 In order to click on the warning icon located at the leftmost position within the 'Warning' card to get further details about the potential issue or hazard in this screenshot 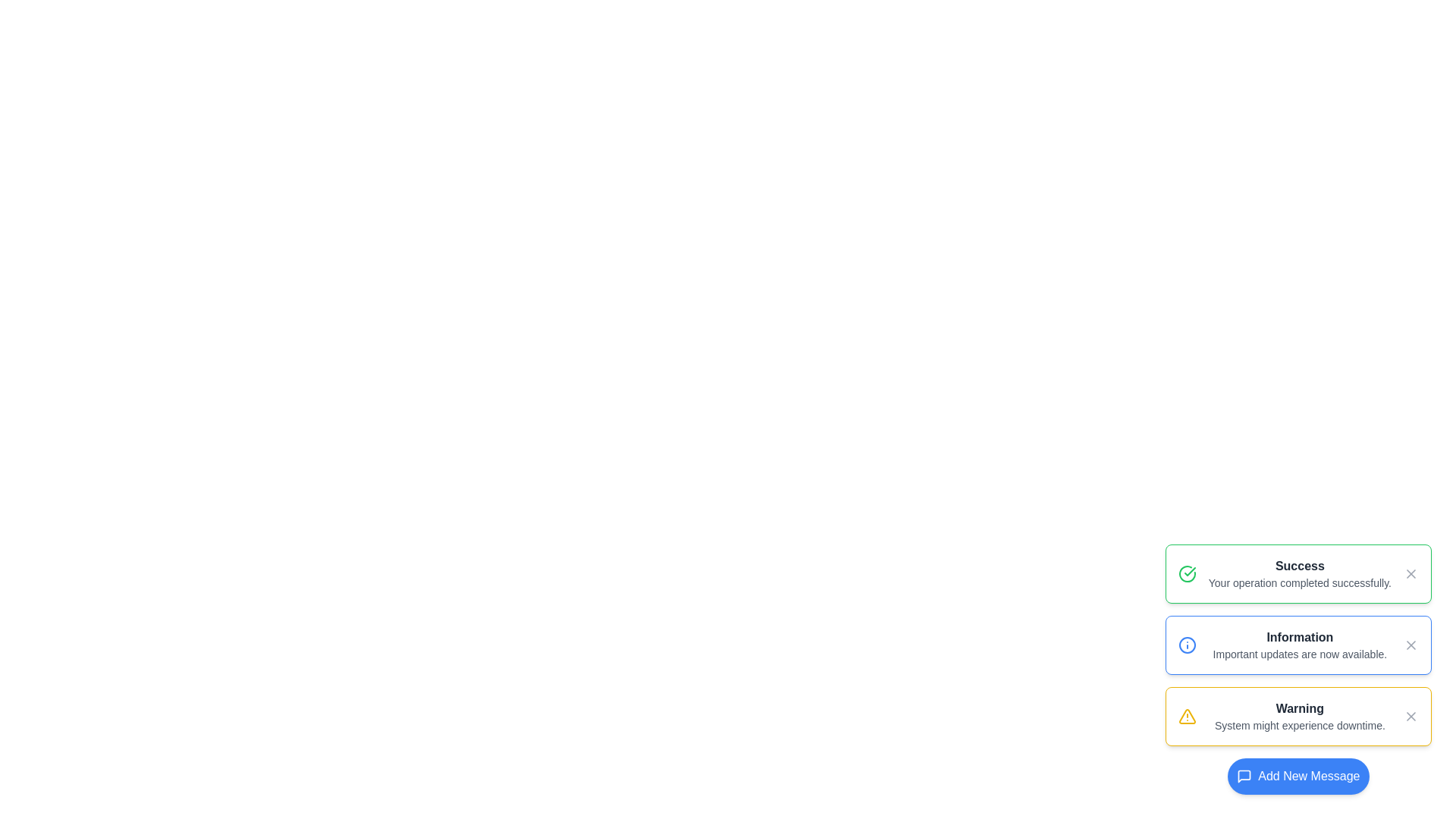, I will do `click(1186, 717)`.